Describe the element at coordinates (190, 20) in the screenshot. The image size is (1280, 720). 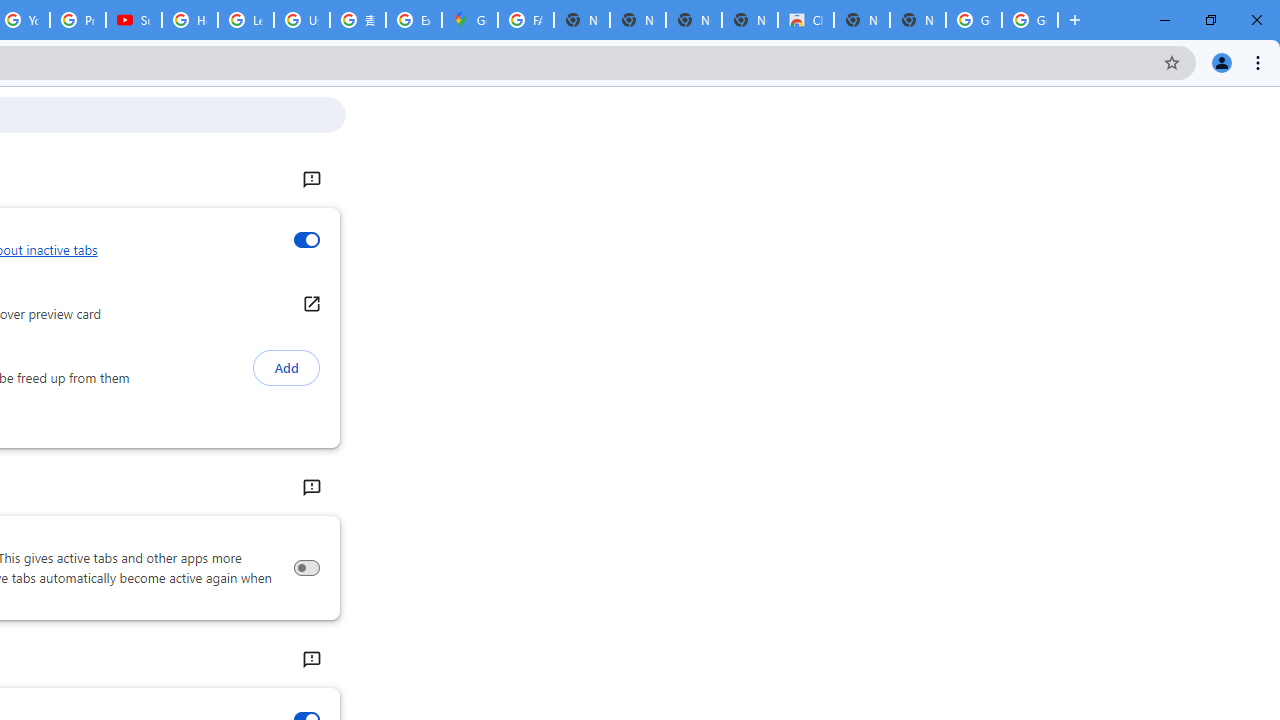
I see `'How Chrome protects your passwords - Google Chrome Help'` at that location.